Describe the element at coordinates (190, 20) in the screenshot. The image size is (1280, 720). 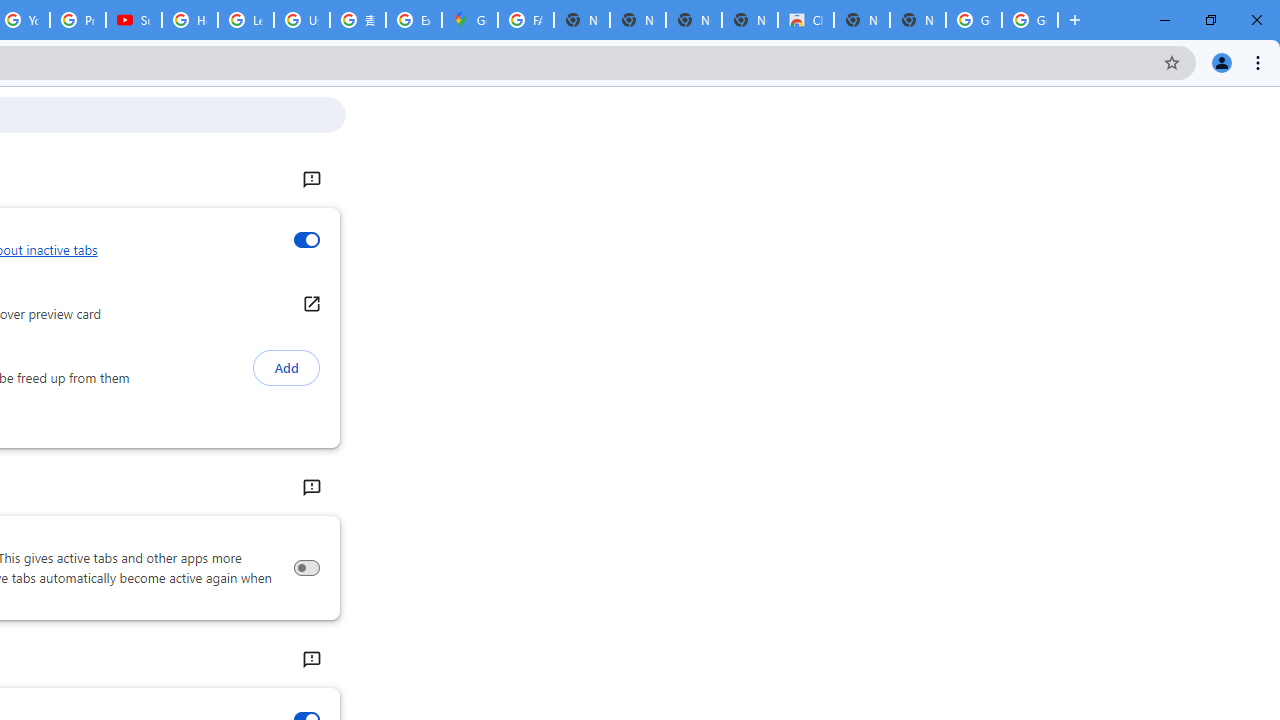
I see `'How Chrome protects your passwords - Google Chrome Help'` at that location.